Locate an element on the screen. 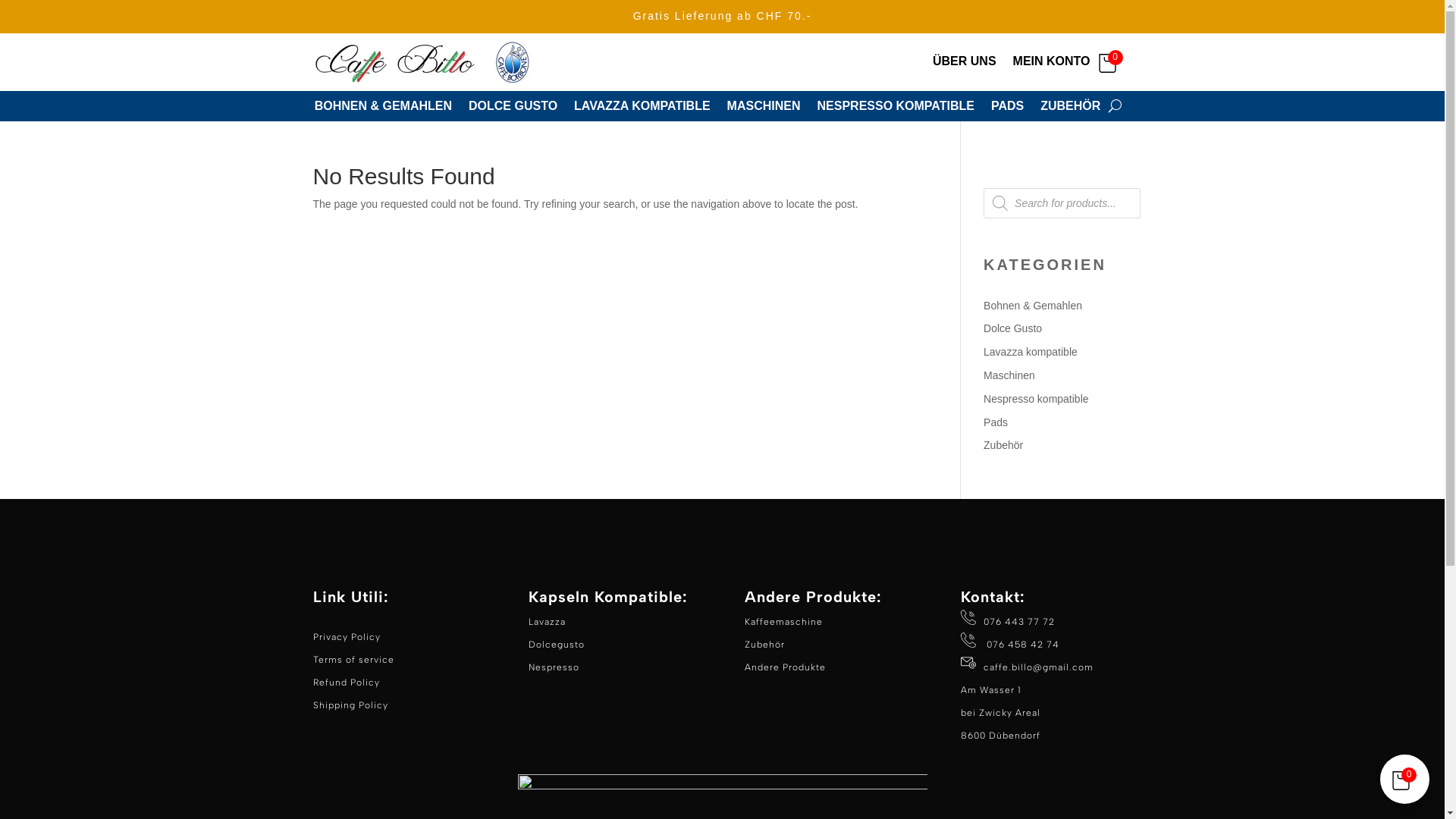 This screenshot has width=1456, height=819. '076 458 42 74' is located at coordinates (983, 644).